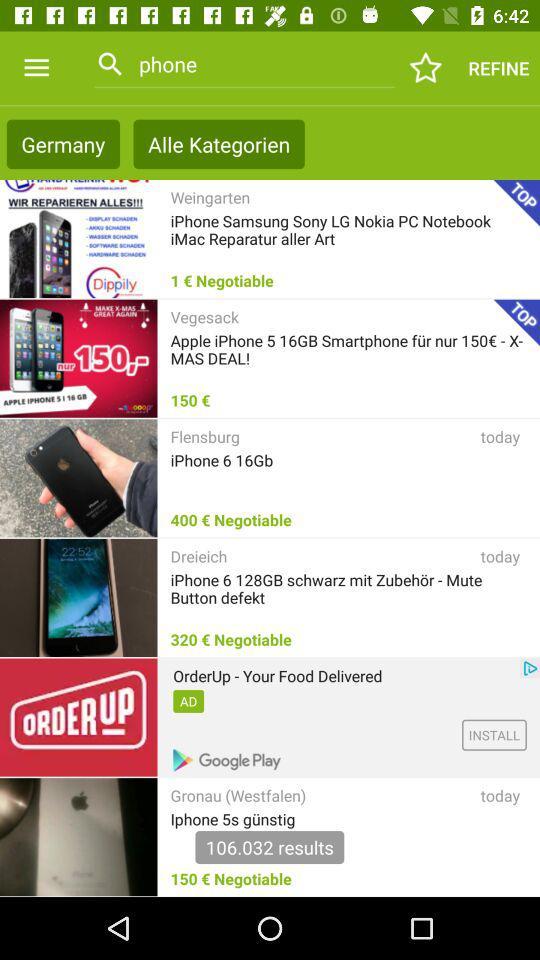  What do you see at coordinates (36, 68) in the screenshot?
I see `icon to the left of phone icon` at bounding box center [36, 68].